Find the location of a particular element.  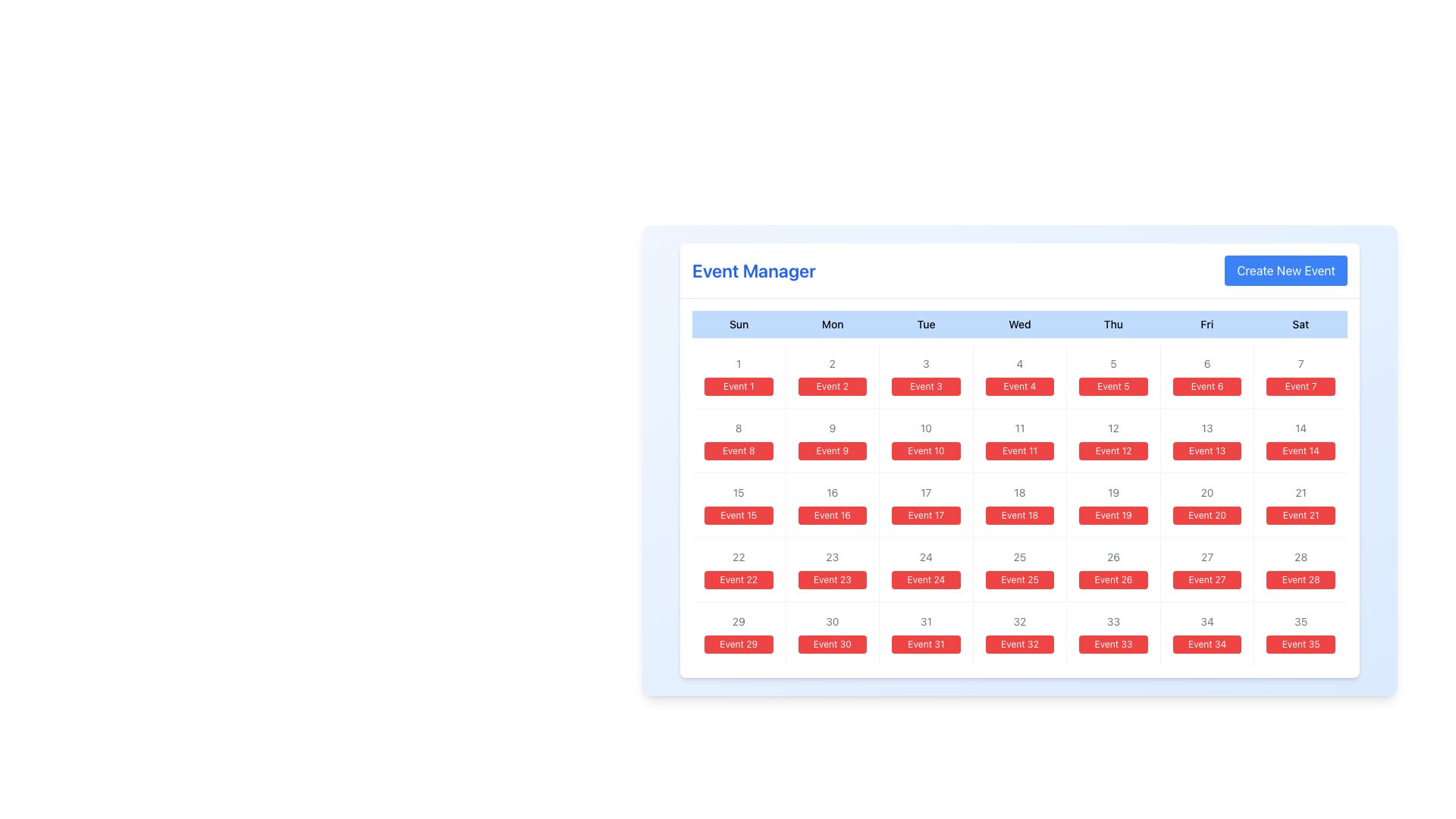

the 'Event 28' label in the calendar interface, which is located in the bottom row under the Saturday column is located at coordinates (1300, 579).